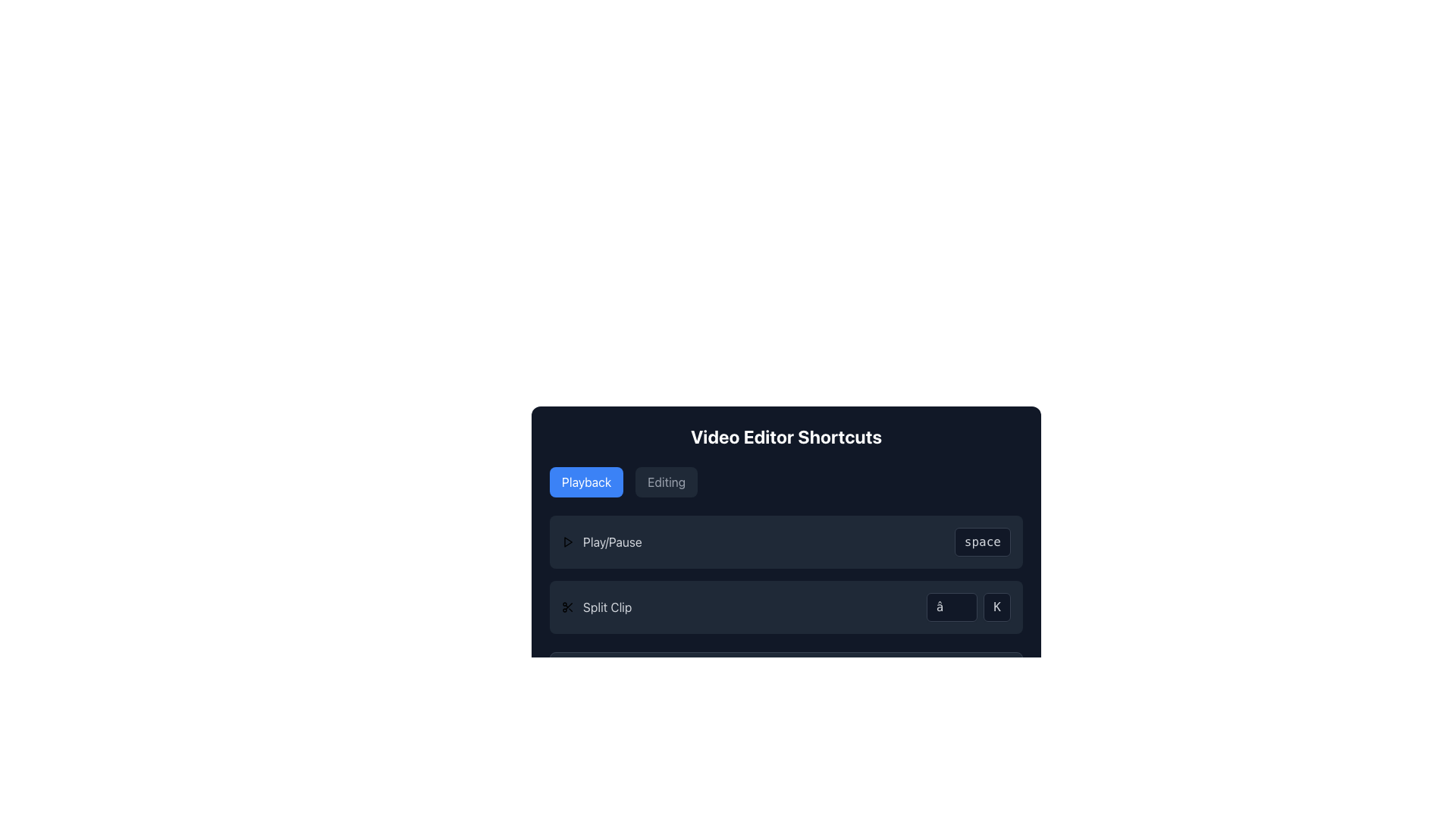 The width and height of the screenshot is (1456, 819). What do you see at coordinates (585, 482) in the screenshot?
I see `the Playback button located at the top-left corner of the button group to switch to Playback mode` at bounding box center [585, 482].